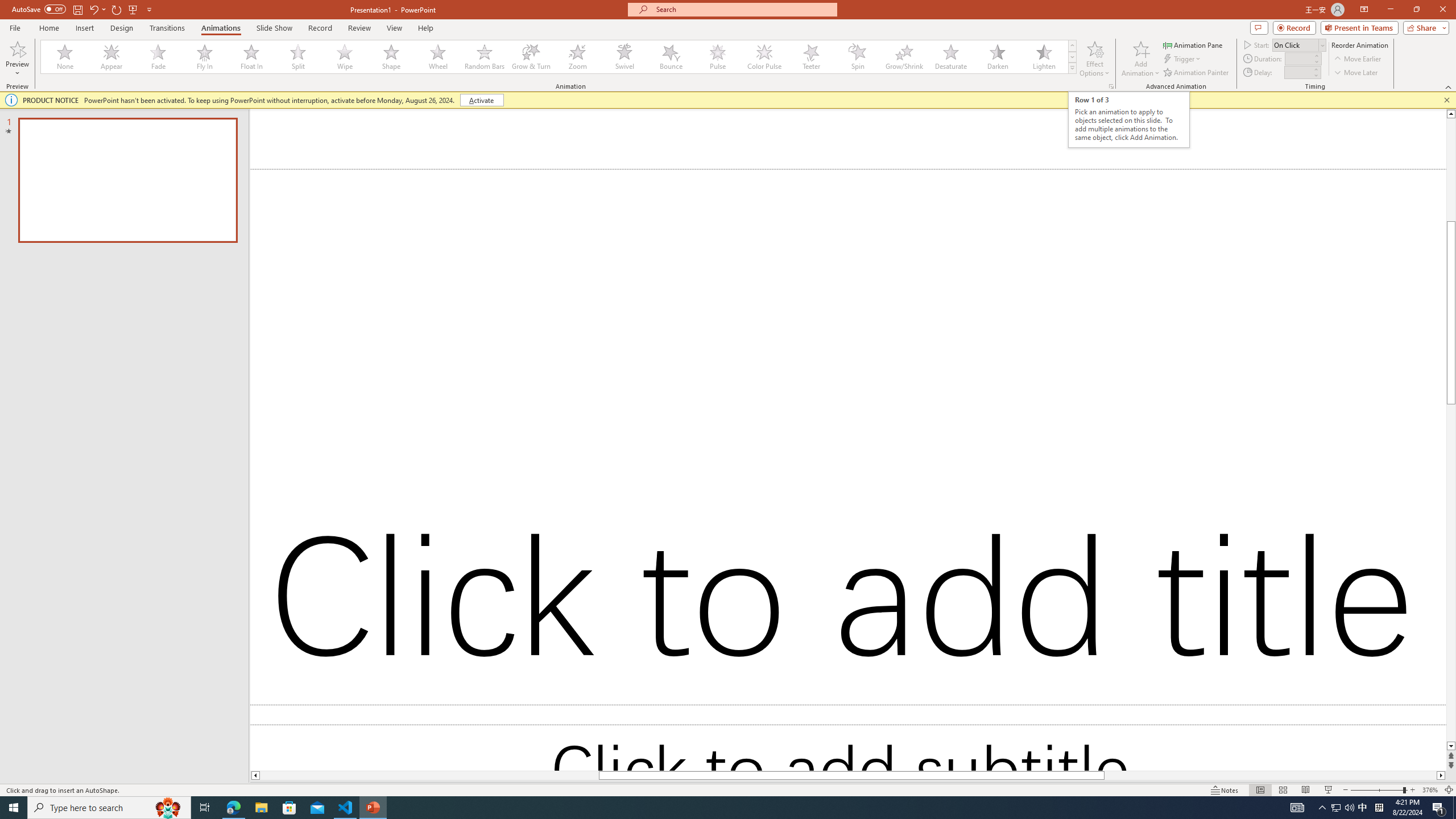 This screenshot has height=819, width=1456. Describe the element at coordinates (1446, 100) in the screenshot. I see `'Close this message'` at that location.